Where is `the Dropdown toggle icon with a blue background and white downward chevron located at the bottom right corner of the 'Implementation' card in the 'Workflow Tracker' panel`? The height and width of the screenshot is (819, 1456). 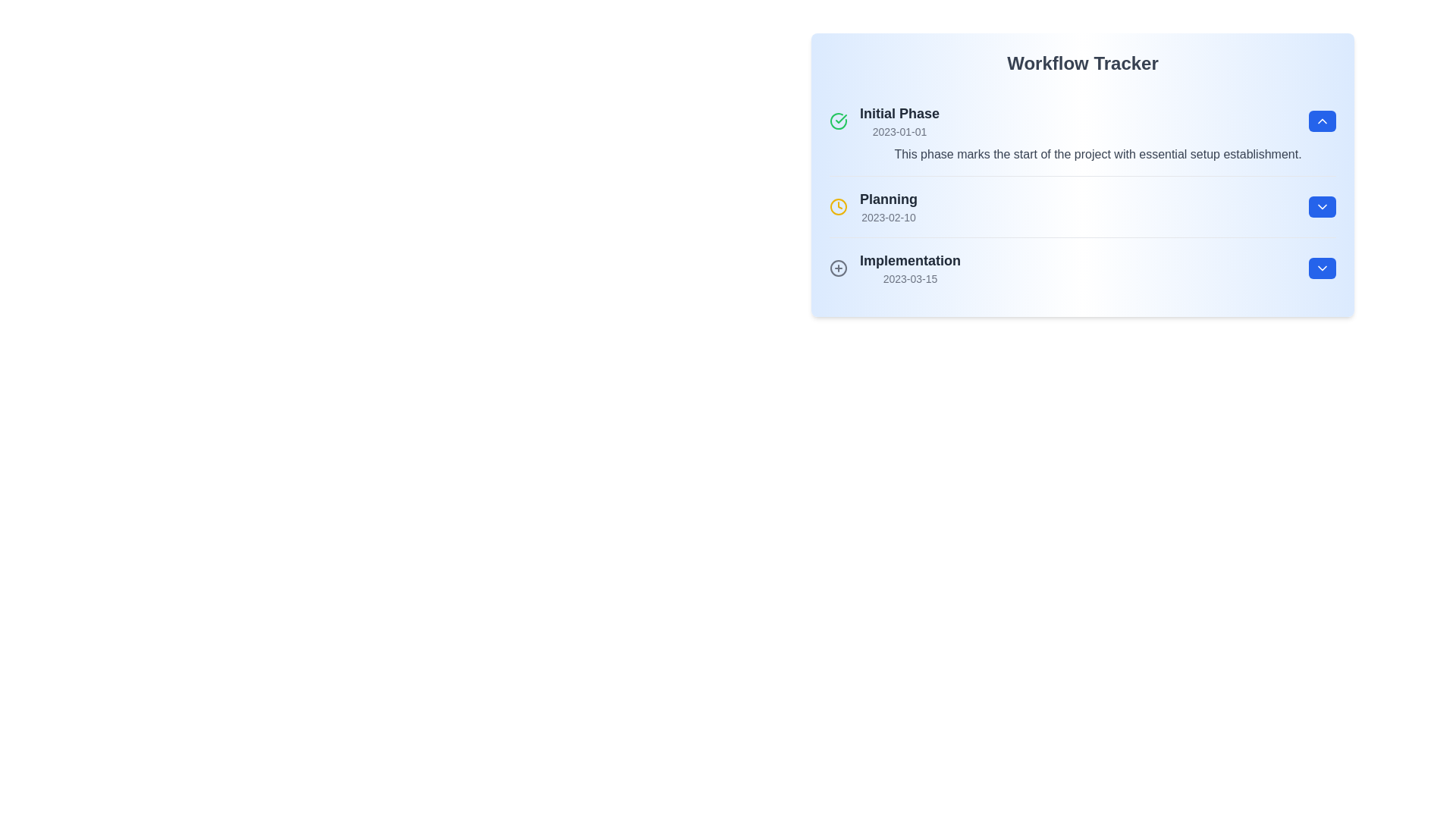
the Dropdown toggle icon with a blue background and white downward chevron located at the bottom right corner of the 'Implementation' card in the 'Workflow Tracker' panel is located at coordinates (1321, 268).